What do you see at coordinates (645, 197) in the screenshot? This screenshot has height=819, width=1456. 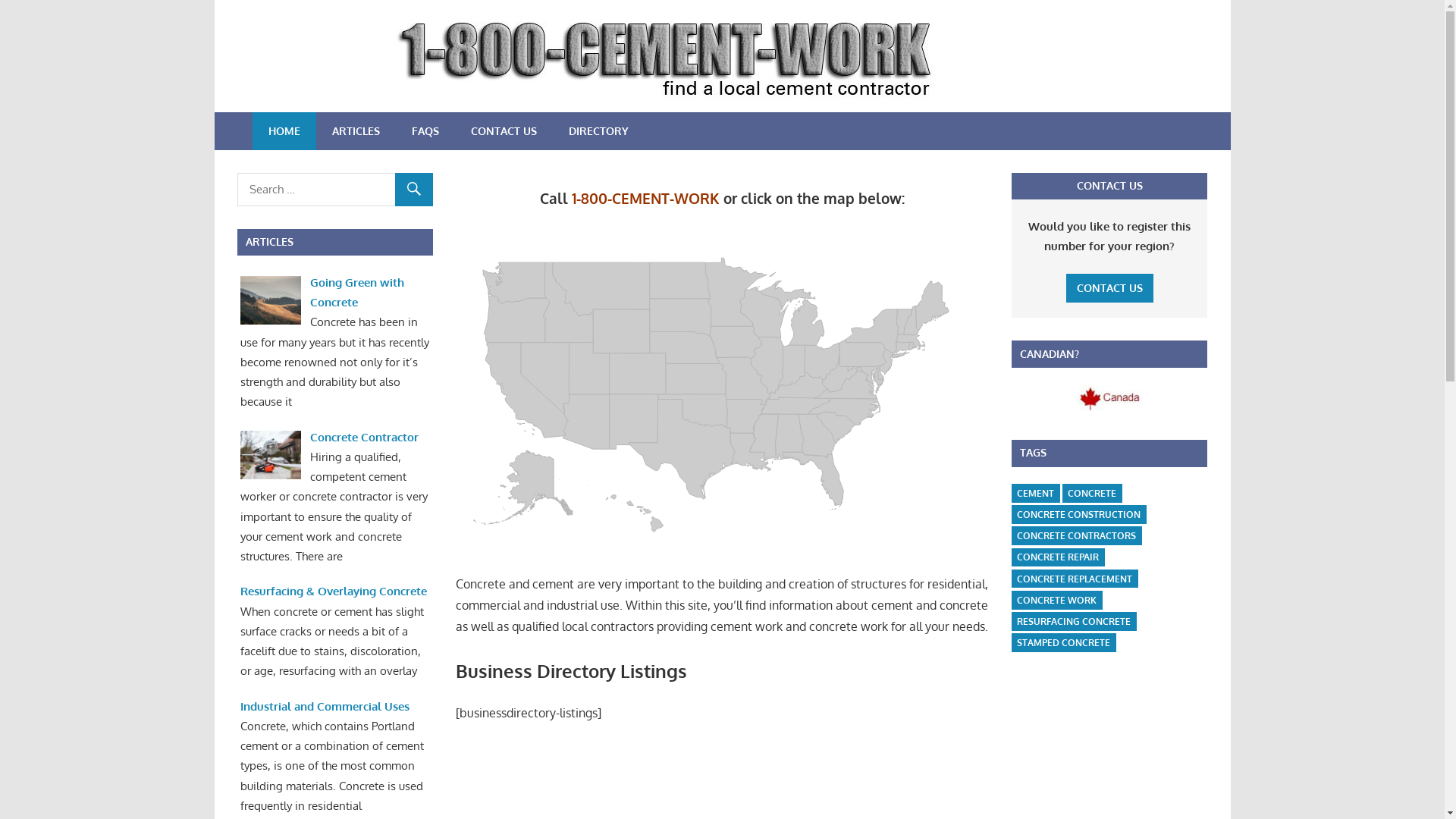 I see `'1-800-CEMENT-WORK'` at bounding box center [645, 197].